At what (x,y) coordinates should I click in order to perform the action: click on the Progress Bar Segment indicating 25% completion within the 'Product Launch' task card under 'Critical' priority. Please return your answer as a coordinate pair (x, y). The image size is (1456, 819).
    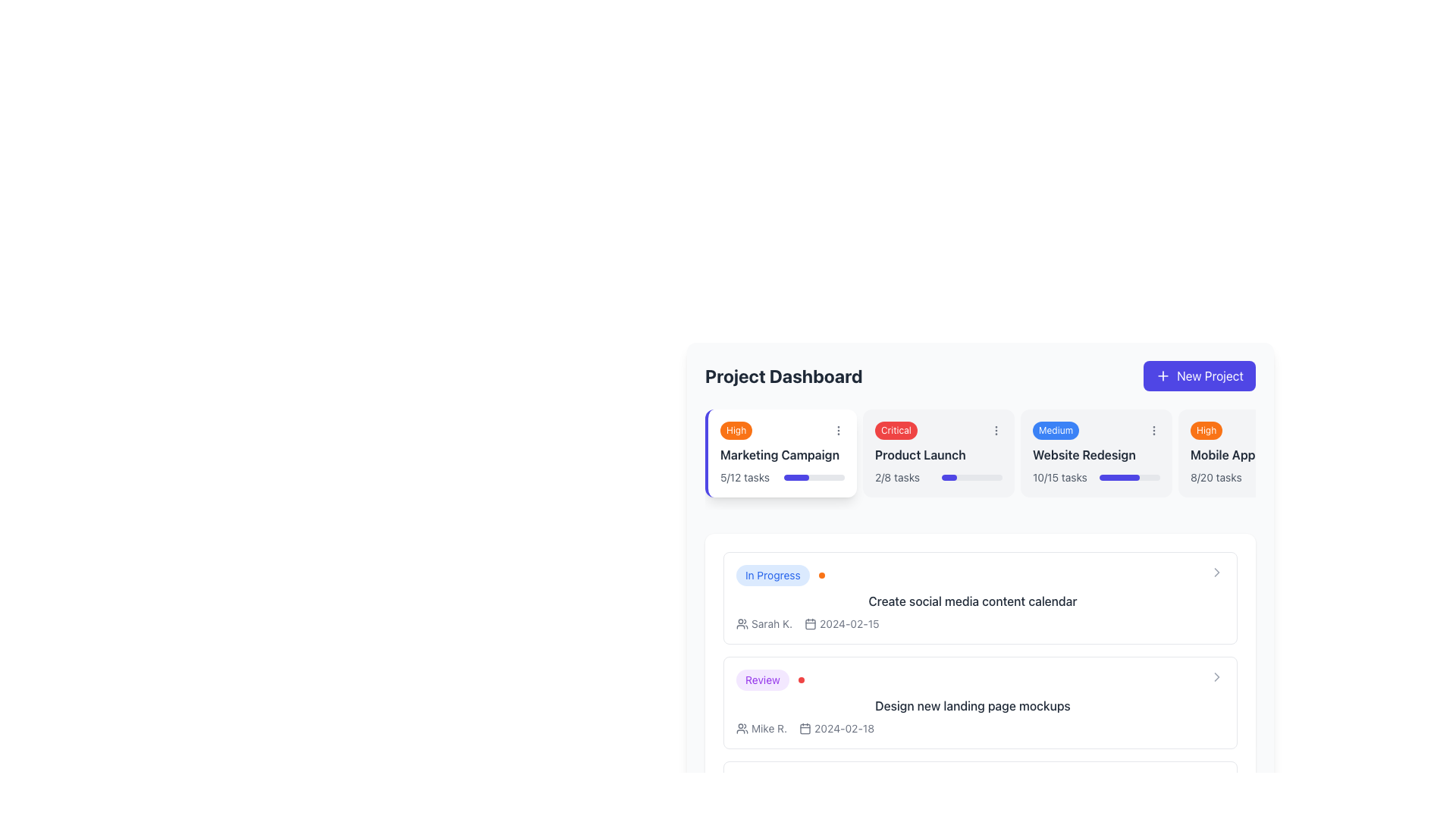
    Looking at the image, I should click on (949, 476).